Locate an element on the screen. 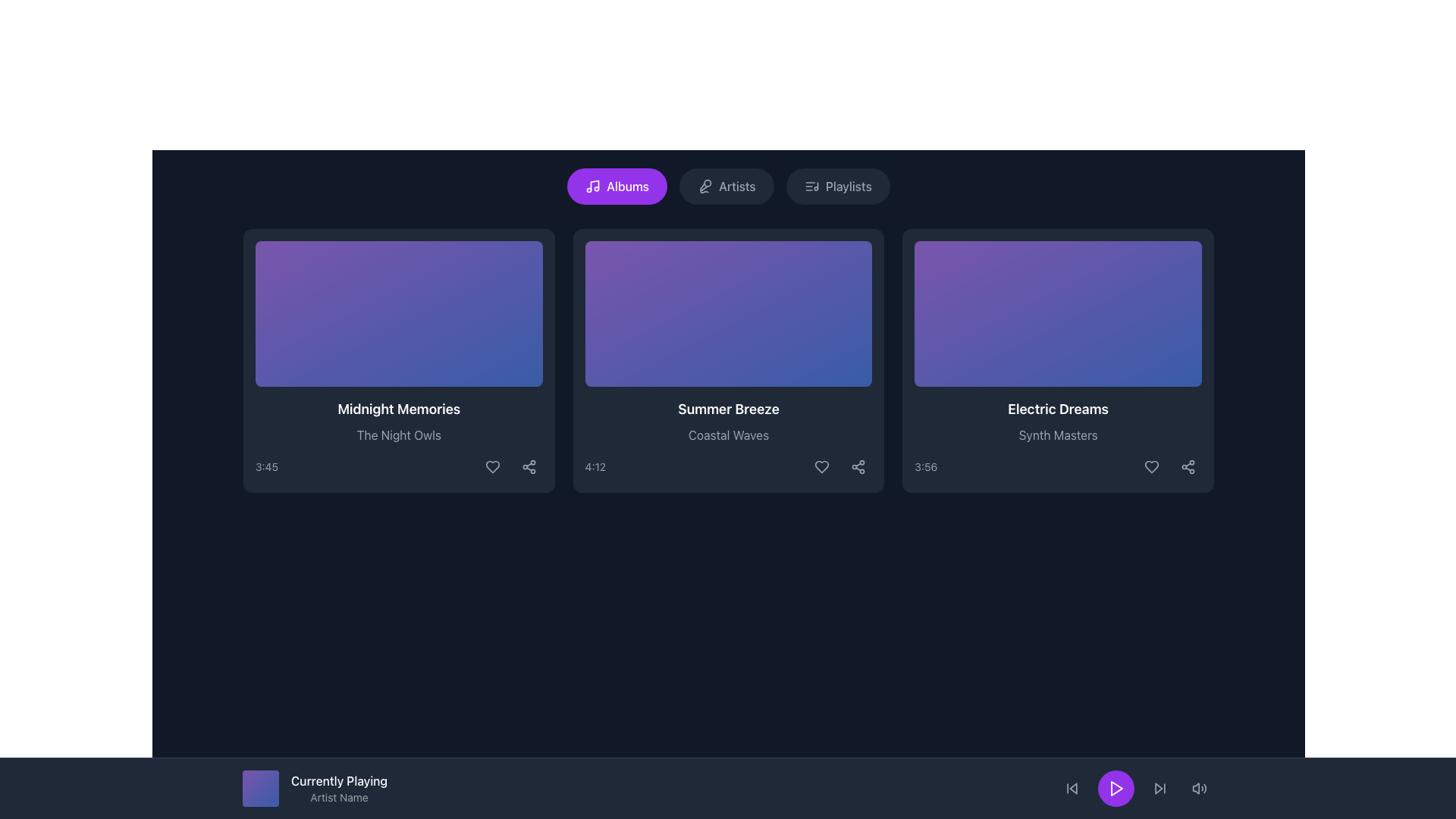 The height and width of the screenshot is (819, 1456). the static text label displaying the duration of the music track for the album 'Midnight Memories', located at the bottom-left corner of the card is located at coordinates (266, 466).